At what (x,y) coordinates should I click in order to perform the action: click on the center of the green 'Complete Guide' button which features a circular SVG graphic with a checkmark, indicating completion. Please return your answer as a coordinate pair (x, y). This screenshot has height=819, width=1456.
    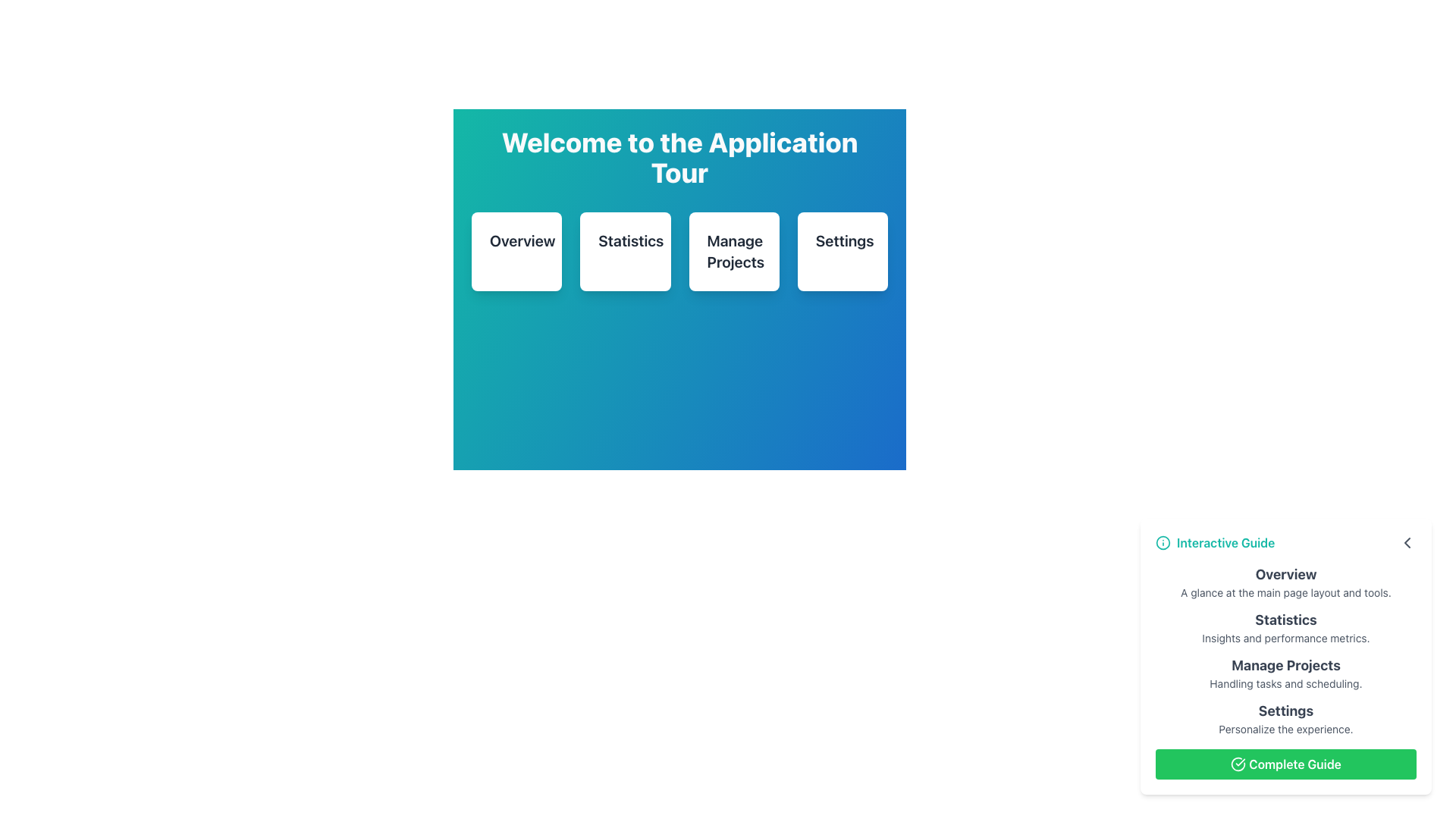
    Looking at the image, I should click on (1238, 764).